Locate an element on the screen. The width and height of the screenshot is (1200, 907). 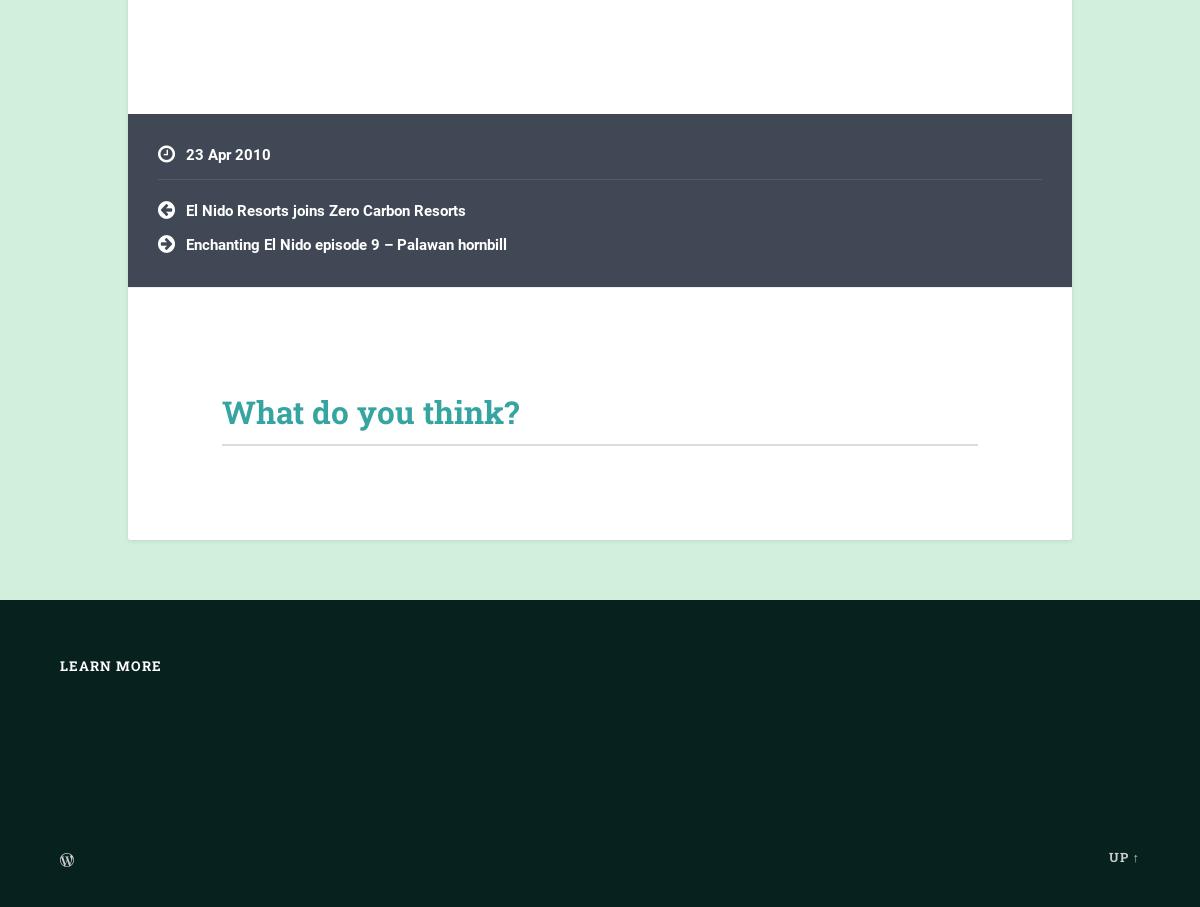
'El Nido' is located at coordinates (185, 240).